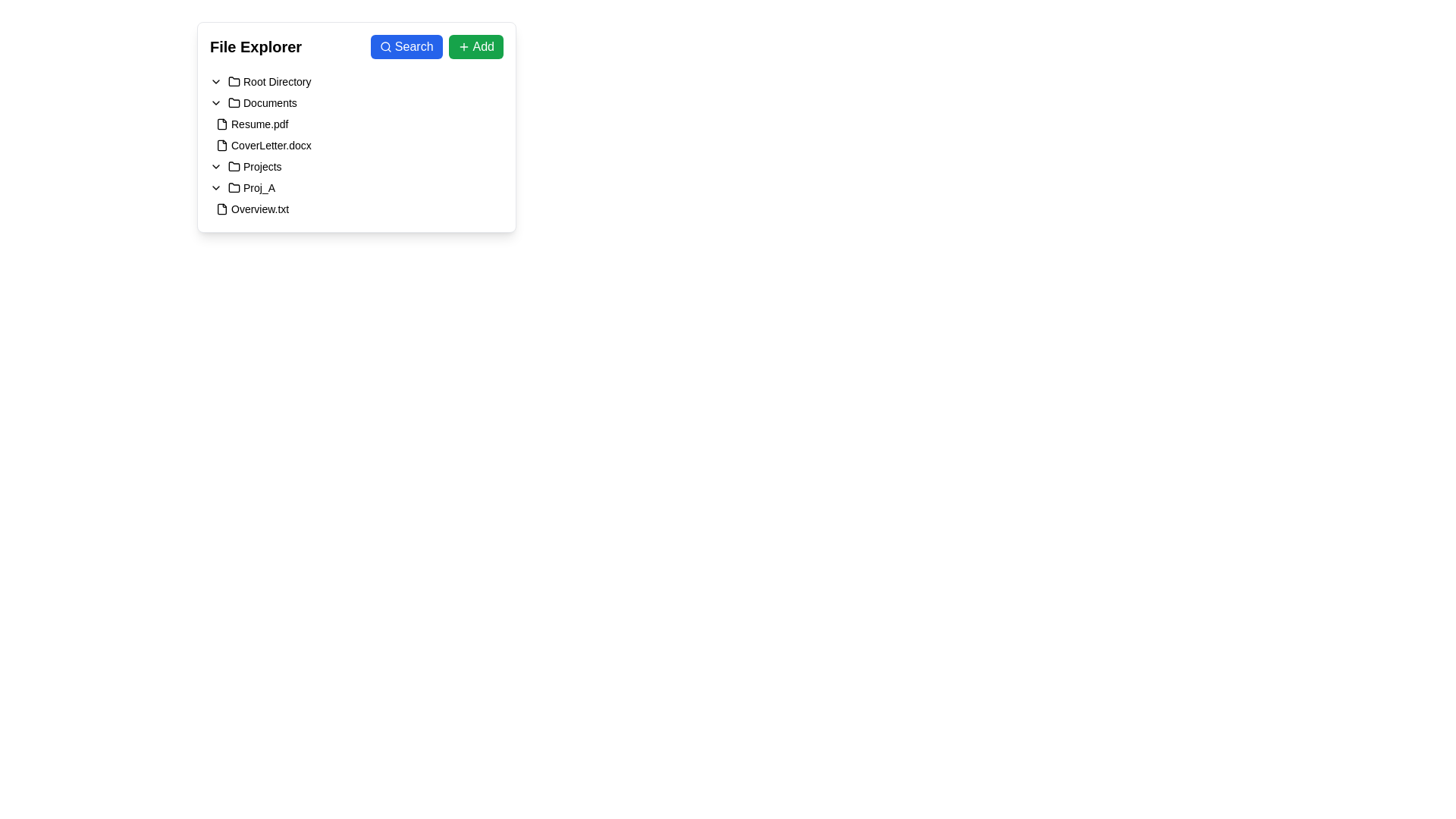 The height and width of the screenshot is (819, 1456). I want to click on the file icon with a document symbol and a folded top-right corner next to the text 'CoverLetter.docx' in the 'File Explorer' interface, so click(221, 146).